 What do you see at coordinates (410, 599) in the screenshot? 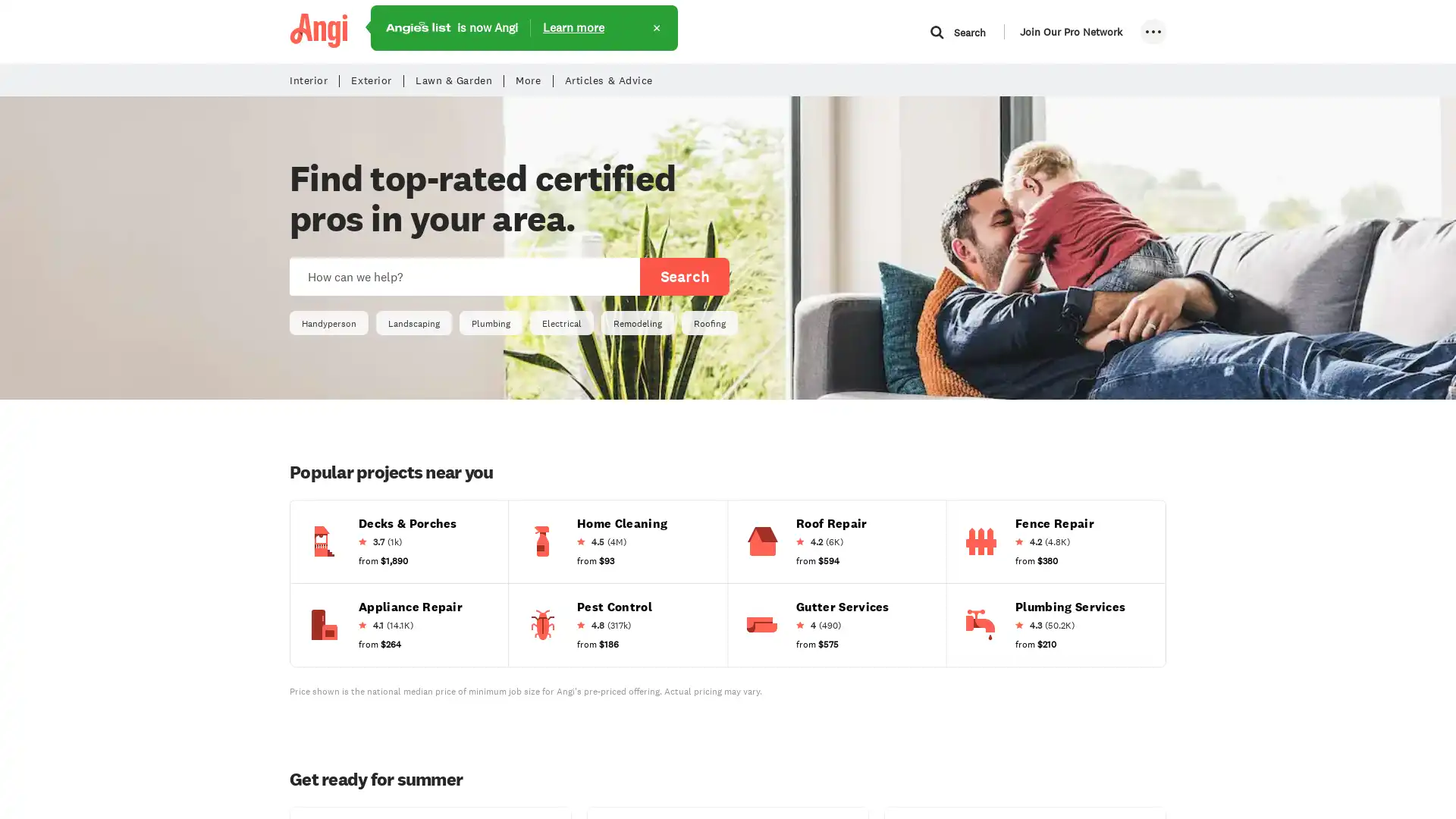
I see `Submit a request for Appliances (All Types) - Repair or Service.` at bounding box center [410, 599].